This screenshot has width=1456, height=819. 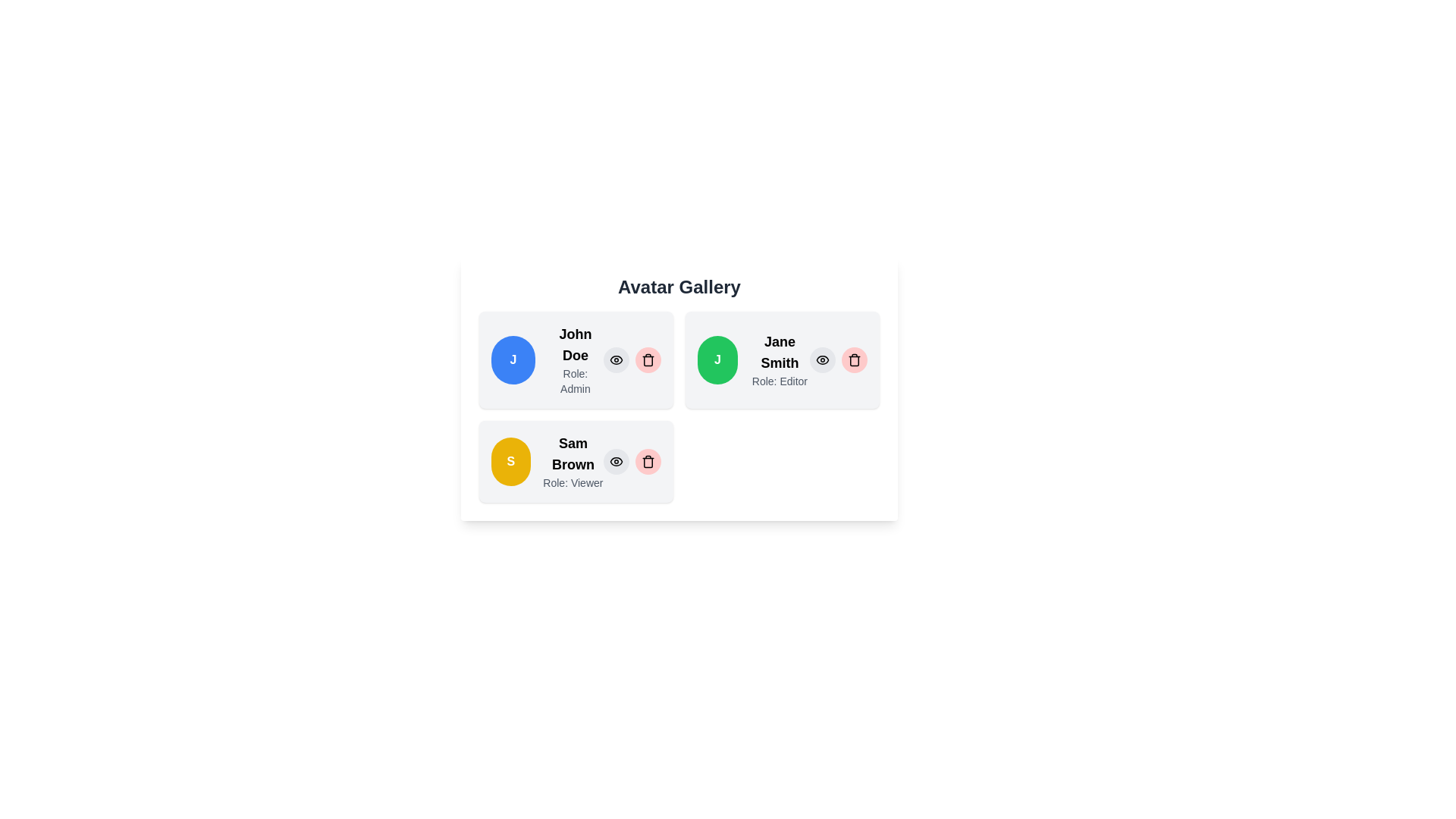 What do you see at coordinates (855, 359) in the screenshot?
I see `the delete button located at the top-right of the card for user 'Jane Smith', positioned to the right of the eye icon button` at bounding box center [855, 359].